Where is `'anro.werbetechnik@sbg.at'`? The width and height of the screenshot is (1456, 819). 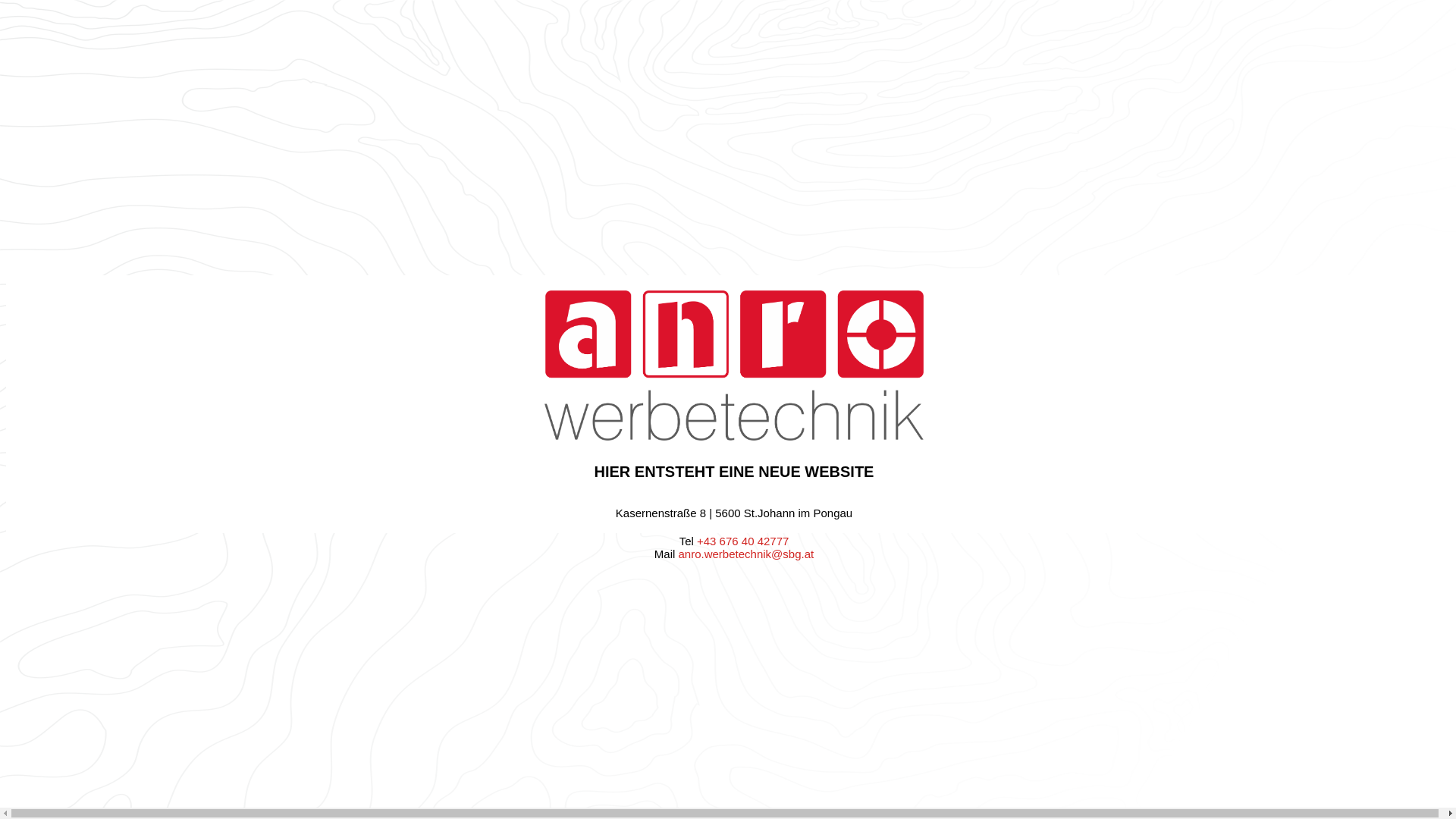 'anro.werbetechnik@sbg.at' is located at coordinates (745, 554).